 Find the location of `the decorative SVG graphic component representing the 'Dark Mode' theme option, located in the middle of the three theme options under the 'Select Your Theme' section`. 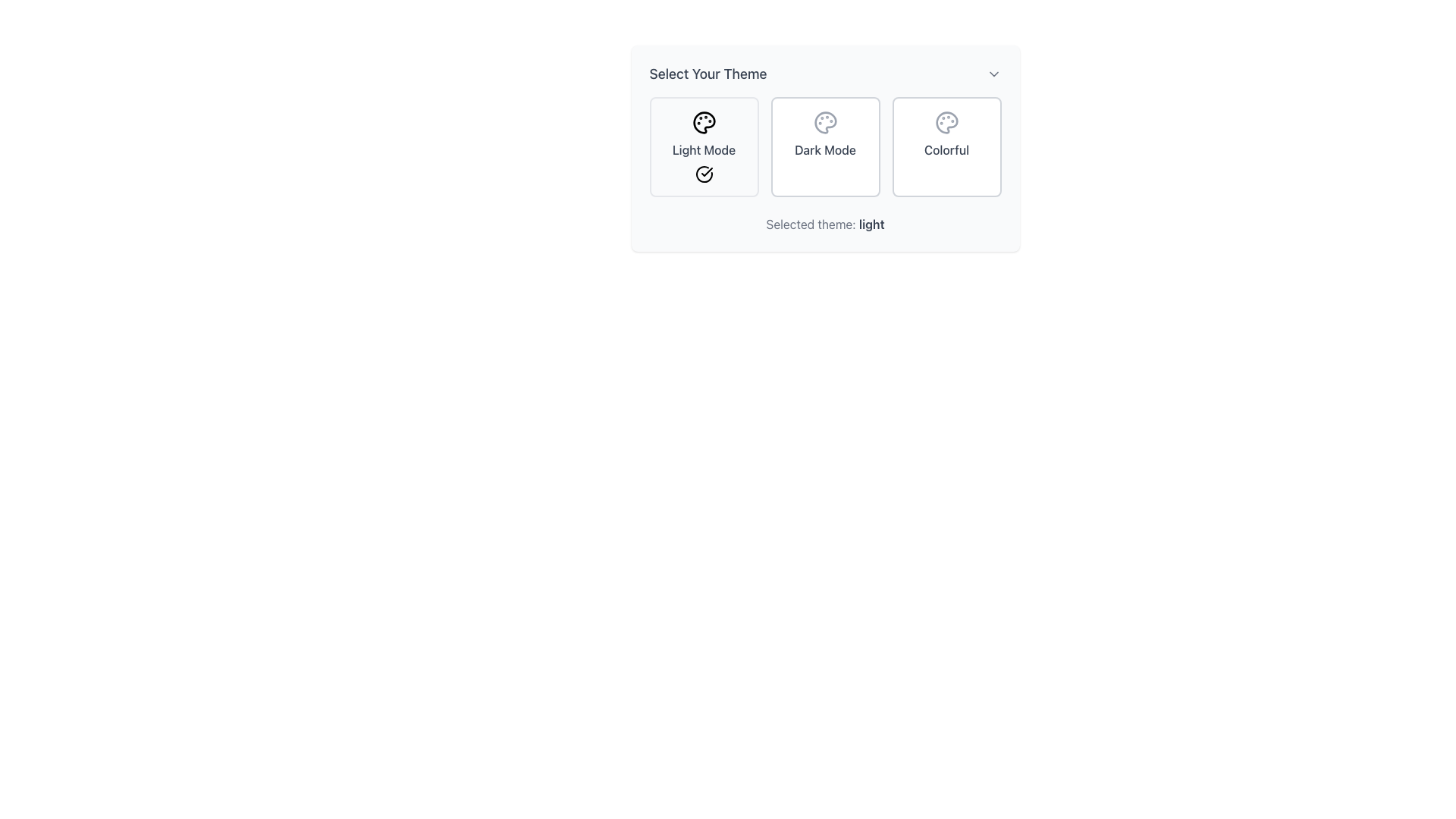

the decorative SVG graphic component representing the 'Dark Mode' theme option, located in the middle of the three theme options under the 'Select Your Theme' section is located at coordinates (824, 122).